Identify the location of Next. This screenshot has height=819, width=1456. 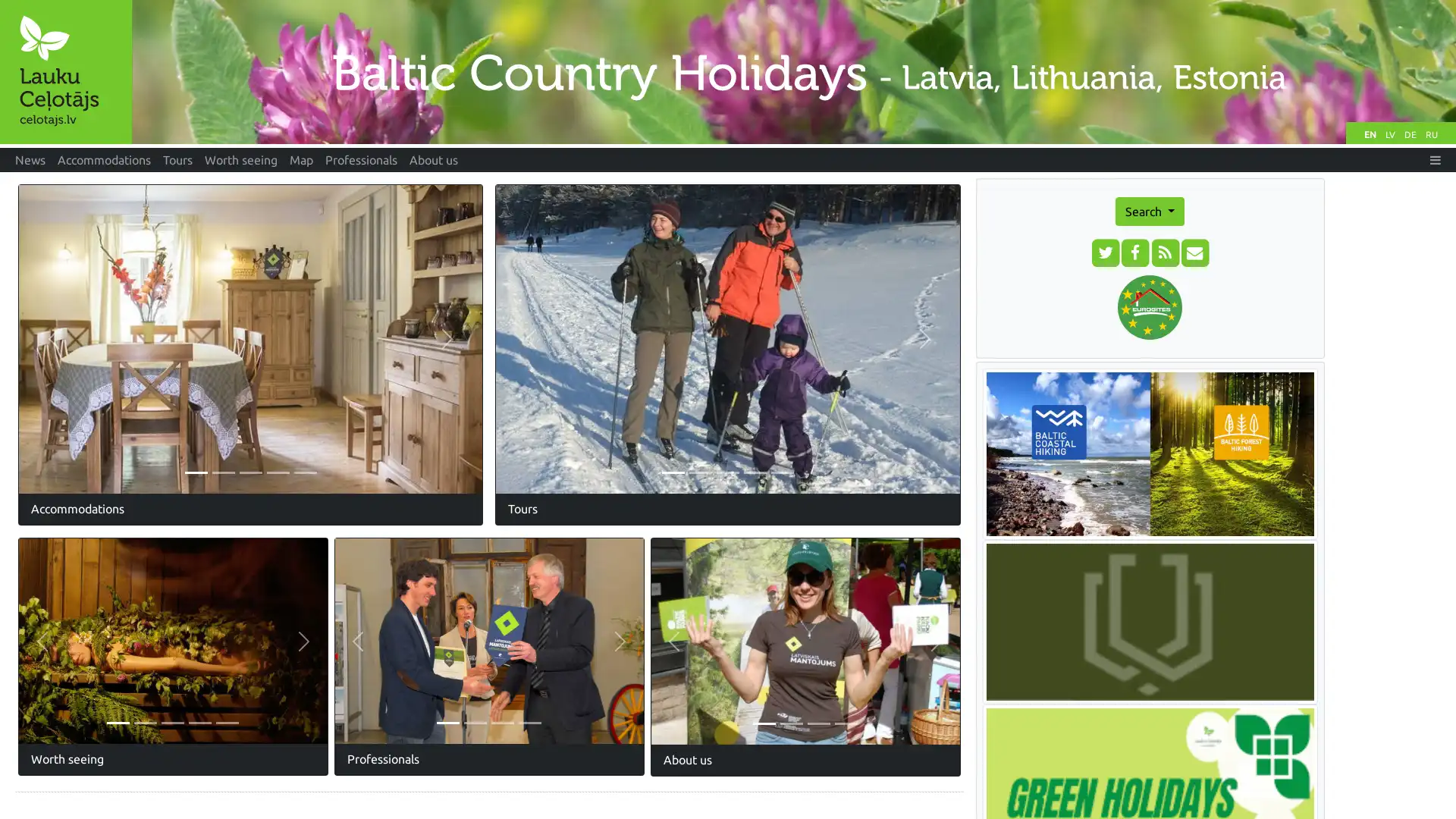
(620, 641).